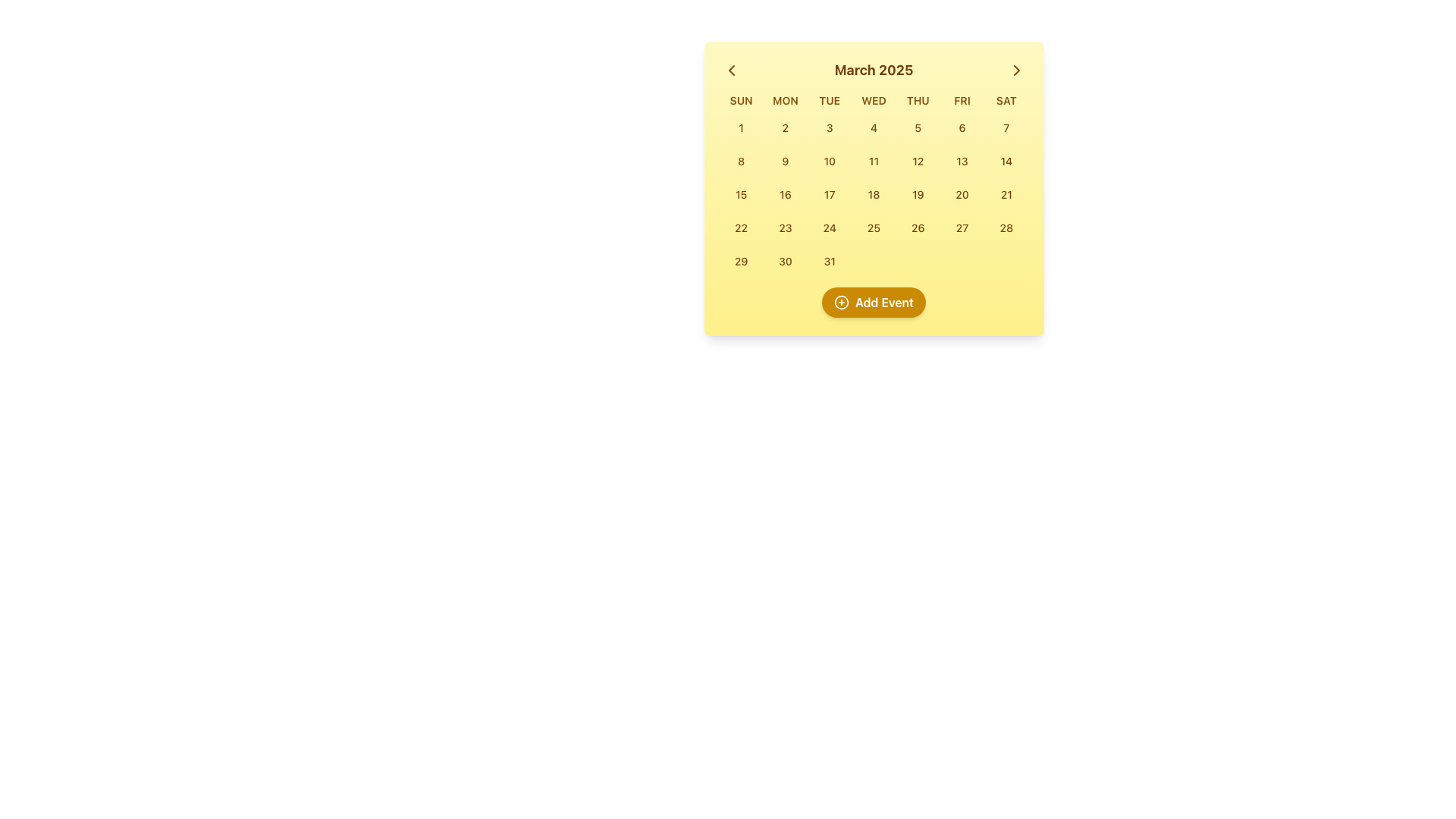 The width and height of the screenshot is (1456, 819). What do you see at coordinates (917, 227) in the screenshot?
I see `the button styled as the day cell for the date '26' in the calendar view` at bounding box center [917, 227].